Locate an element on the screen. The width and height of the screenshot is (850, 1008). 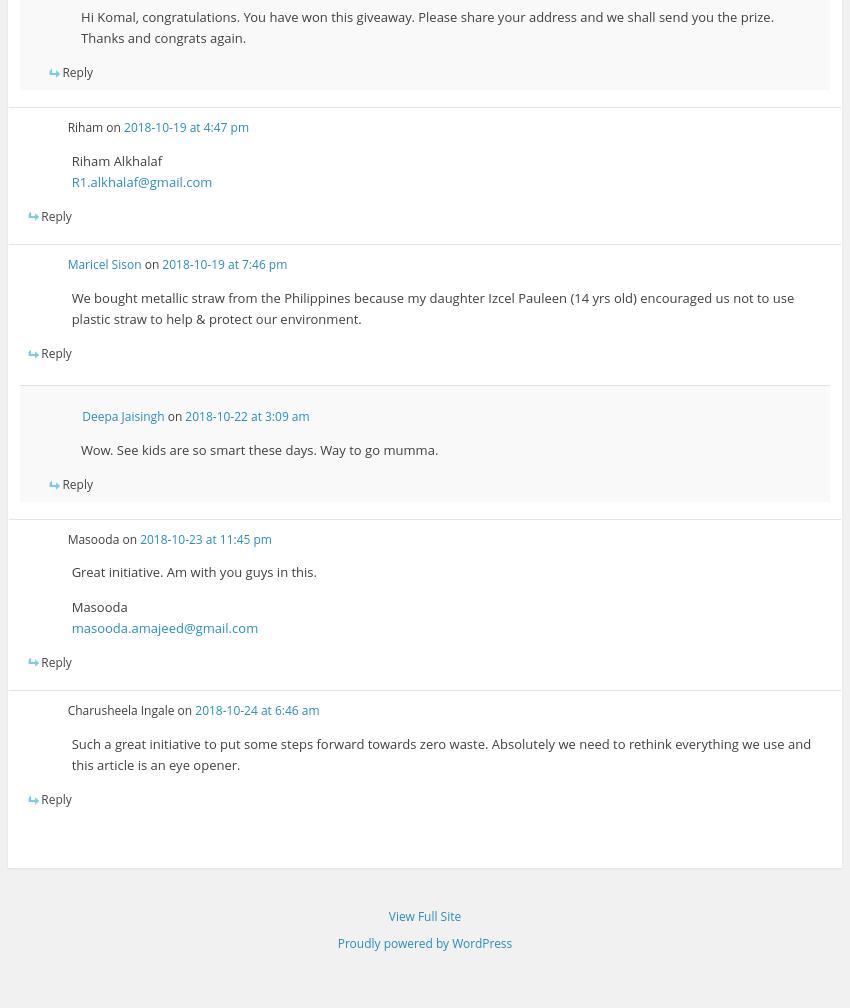
'Riham Alkhalaf' is located at coordinates (115, 159).